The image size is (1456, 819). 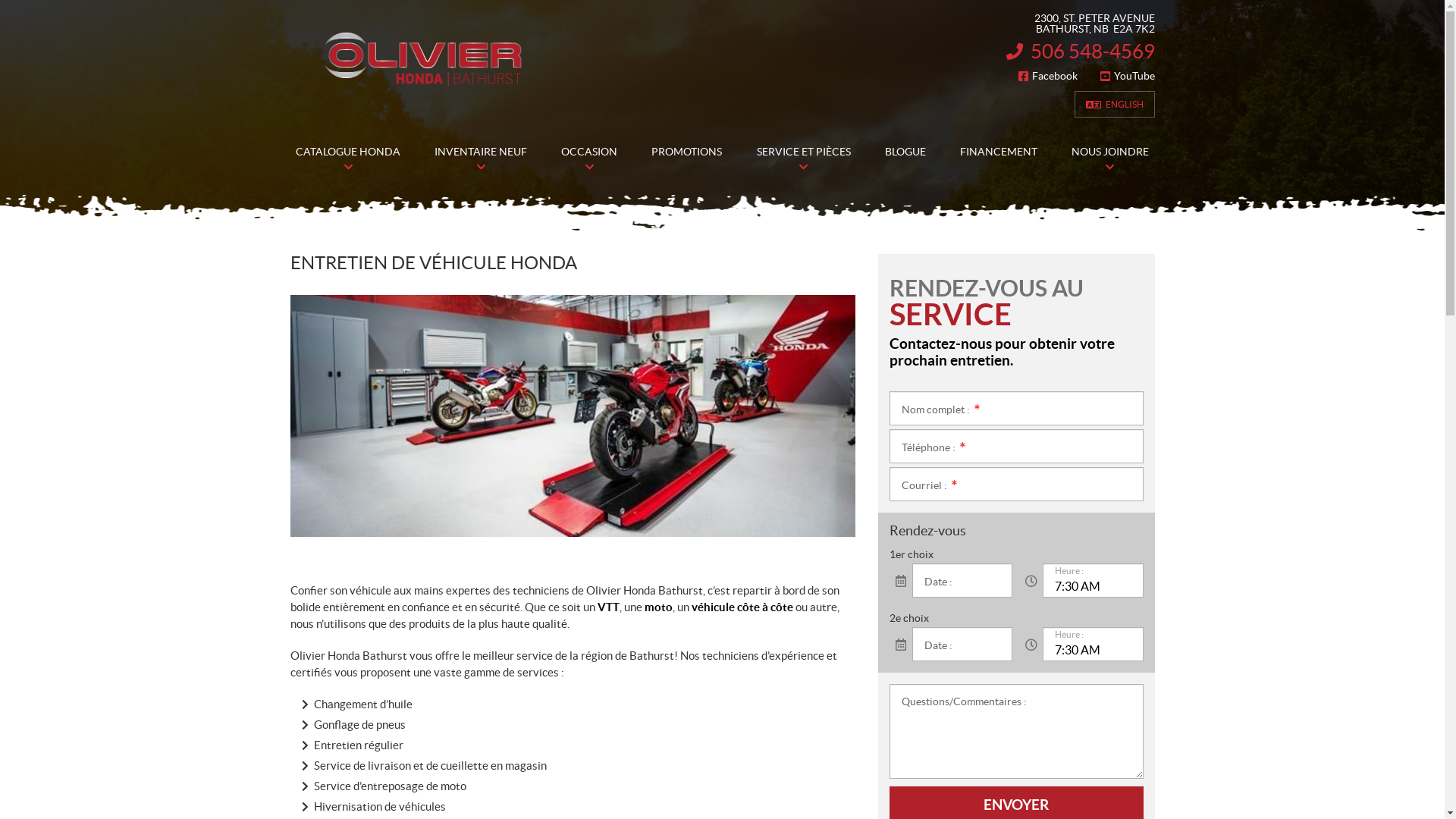 What do you see at coordinates (686, 152) in the screenshot?
I see `'PROMOTIONS'` at bounding box center [686, 152].